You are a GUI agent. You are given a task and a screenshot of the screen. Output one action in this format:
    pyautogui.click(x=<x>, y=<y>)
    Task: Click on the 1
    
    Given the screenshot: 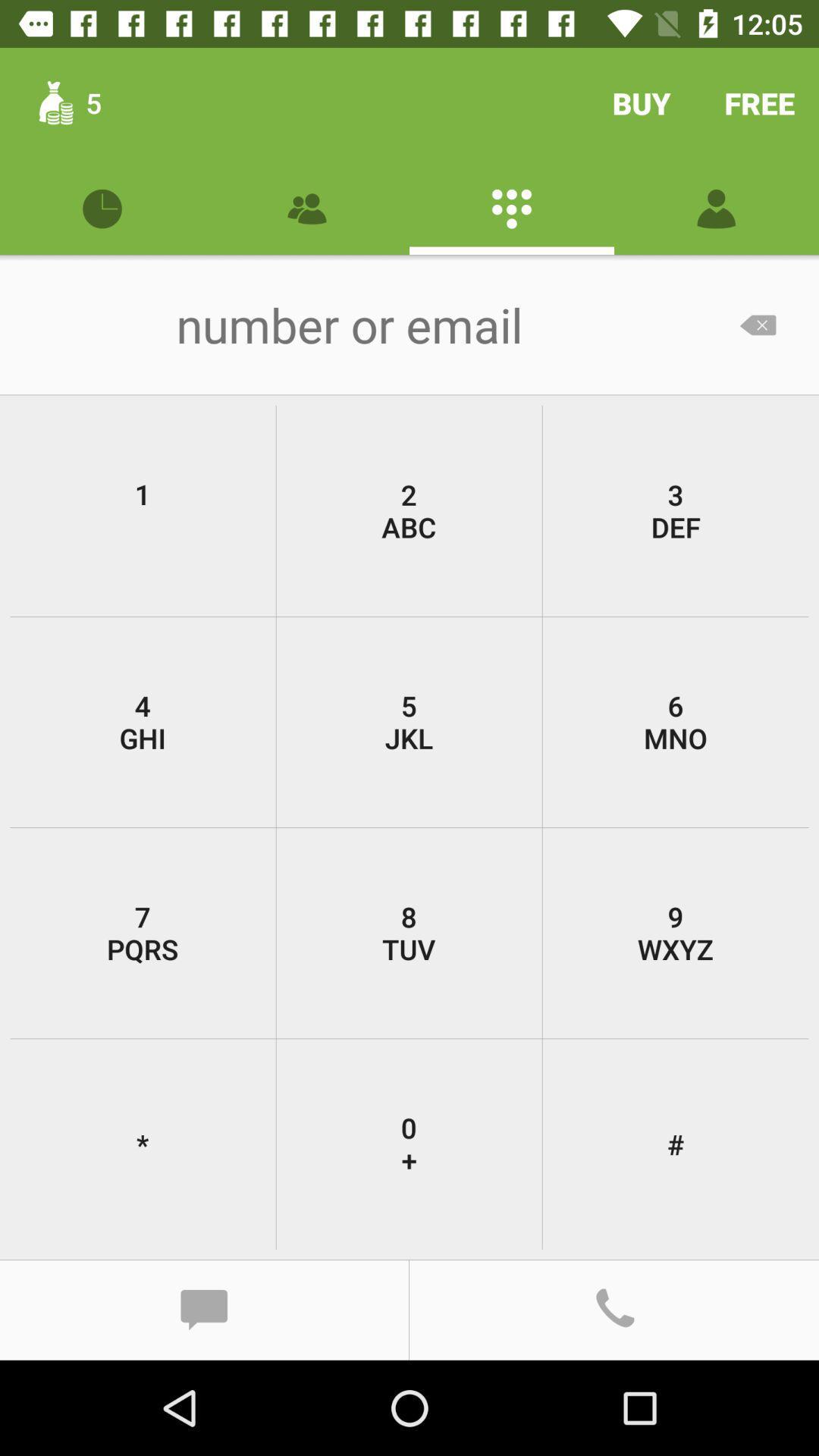 What is the action you would take?
    pyautogui.click(x=143, y=510)
    